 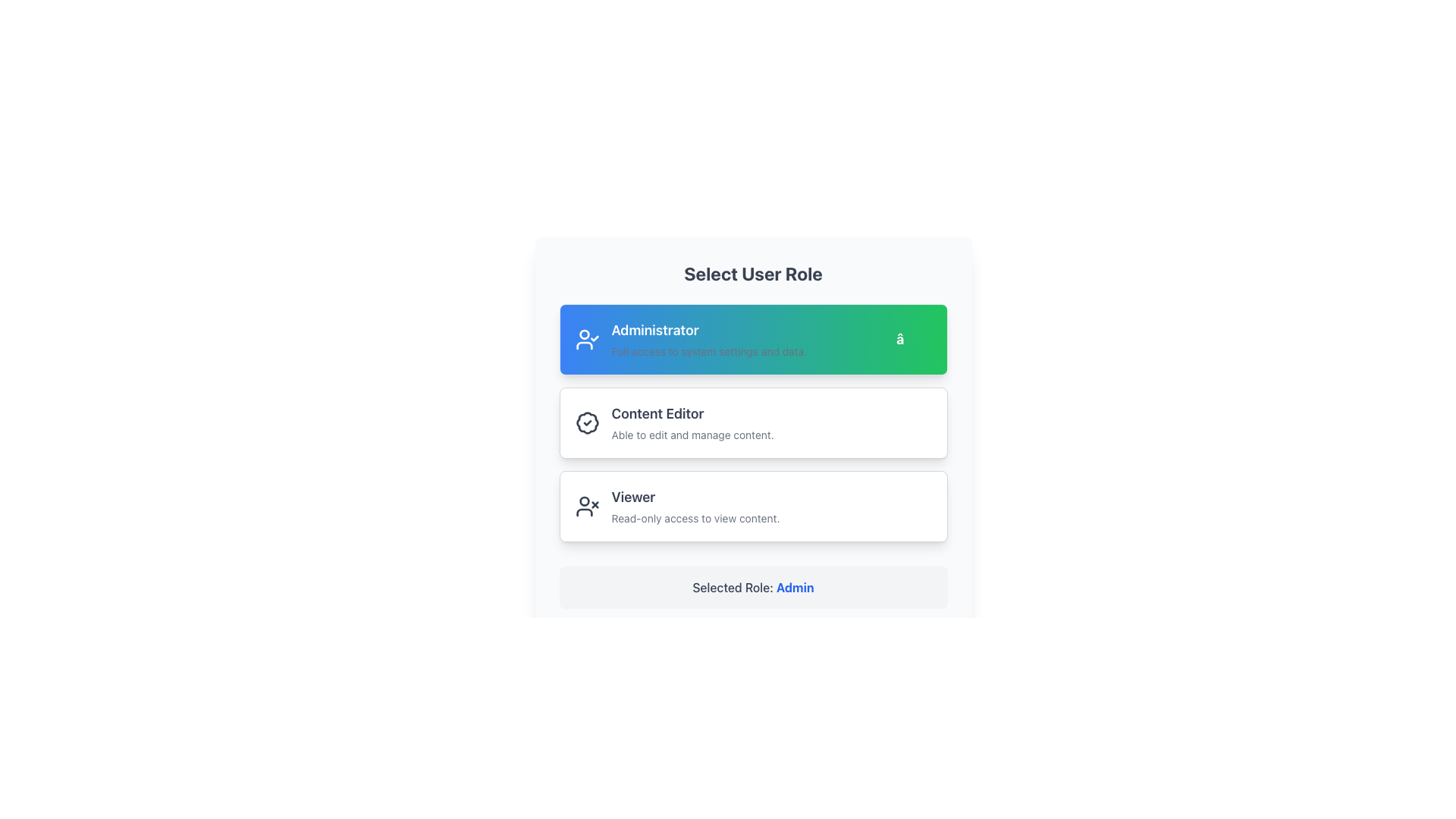 What do you see at coordinates (753, 587) in the screenshot?
I see `the Text Display Box that displays 'Selected Role: Admin' with a light gray background and rounded corners, located at the bottom of the role selection card` at bounding box center [753, 587].